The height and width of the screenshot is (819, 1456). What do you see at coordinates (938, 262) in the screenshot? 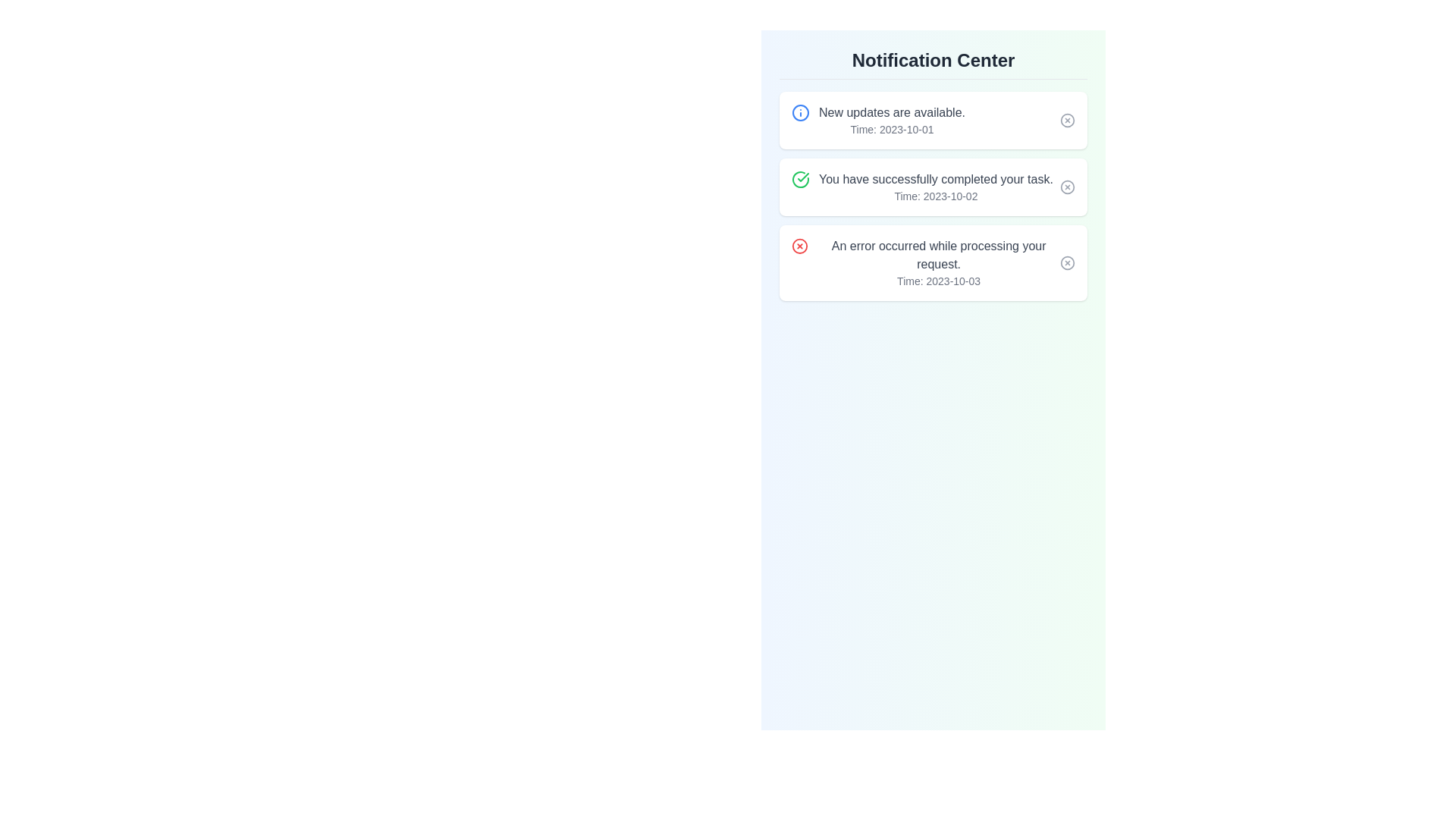
I see `the third notification item in the list, which displays error details and the associated timestamp` at bounding box center [938, 262].